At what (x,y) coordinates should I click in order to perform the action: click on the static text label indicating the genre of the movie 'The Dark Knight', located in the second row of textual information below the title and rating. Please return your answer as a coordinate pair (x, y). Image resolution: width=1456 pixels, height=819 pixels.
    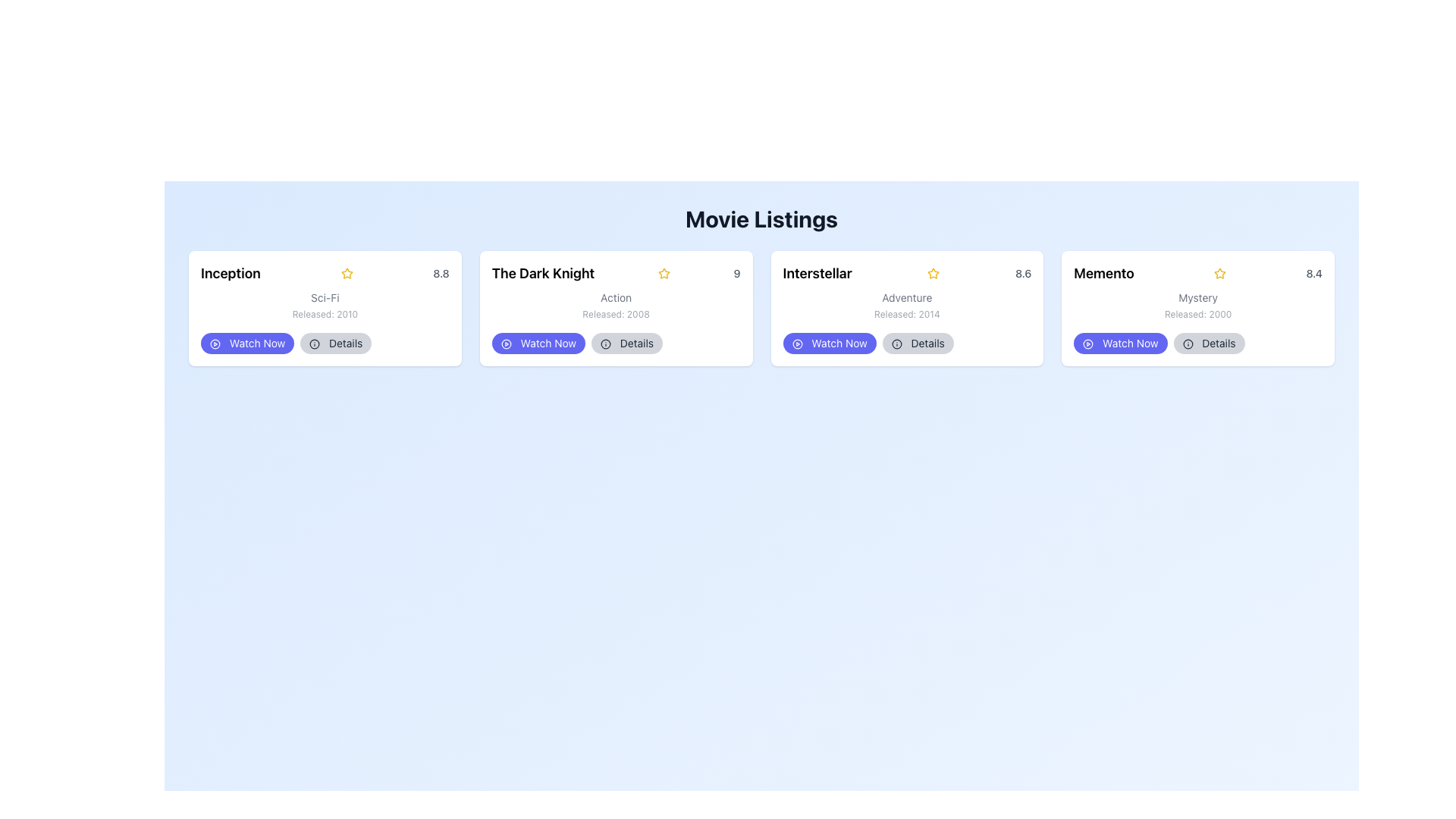
    Looking at the image, I should click on (616, 298).